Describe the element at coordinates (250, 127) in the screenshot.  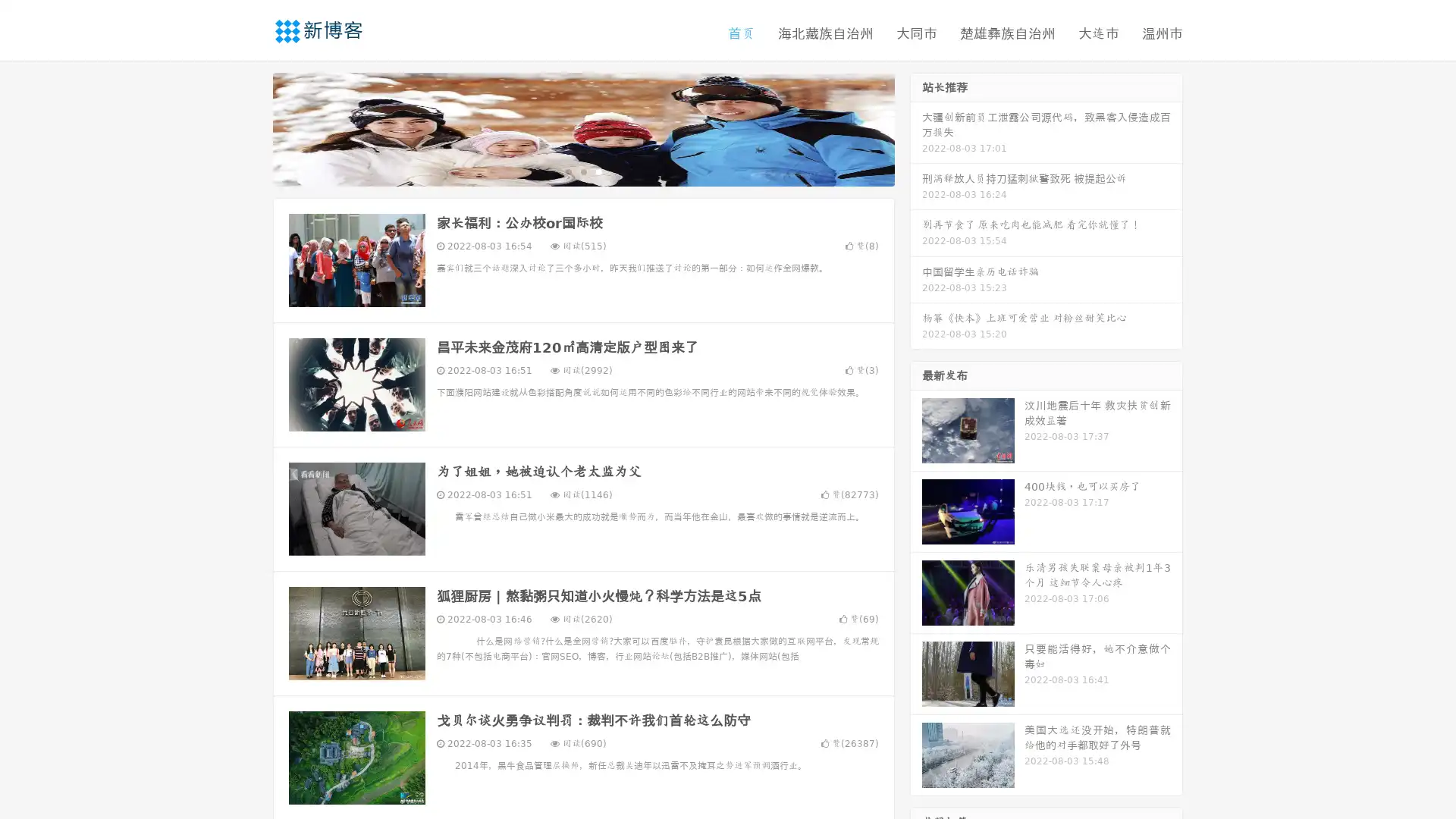
I see `Previous slide` at that location.